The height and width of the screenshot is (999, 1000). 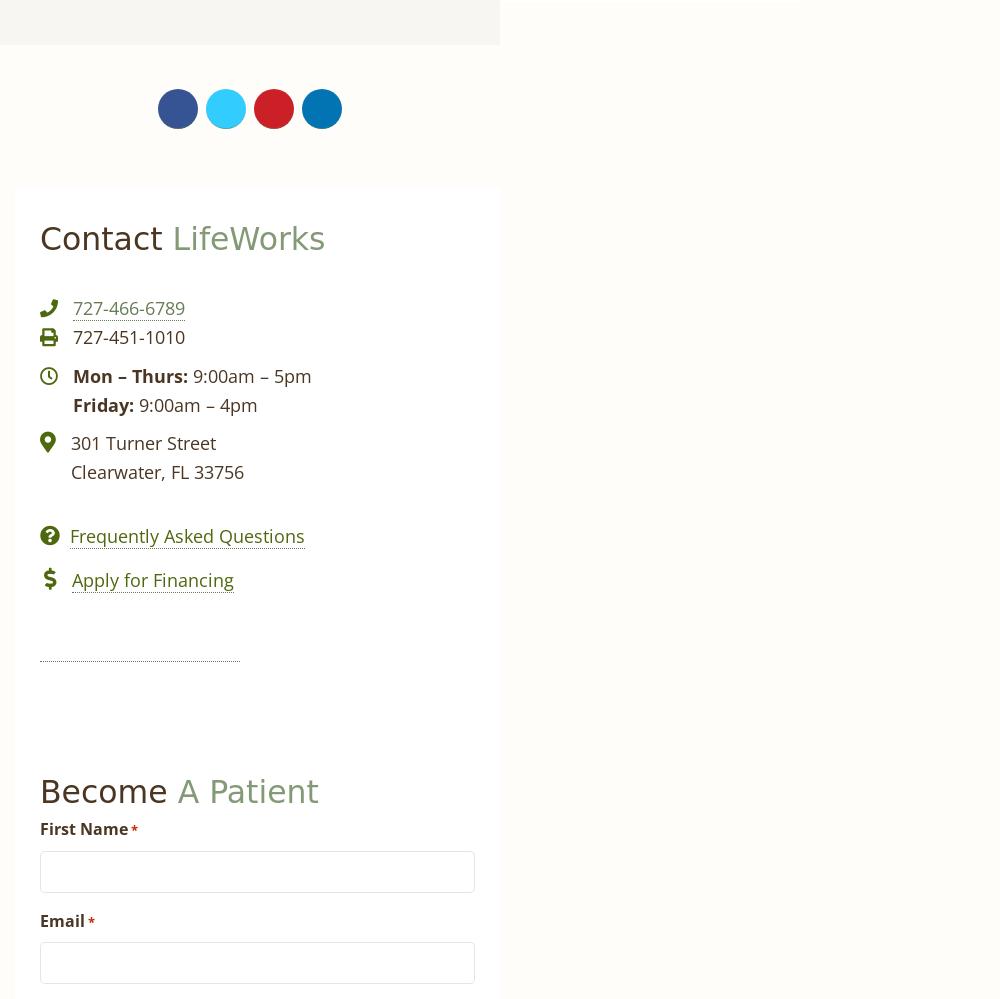 I want to click on '9:00am – 4pm', so click(x=195, y=402).